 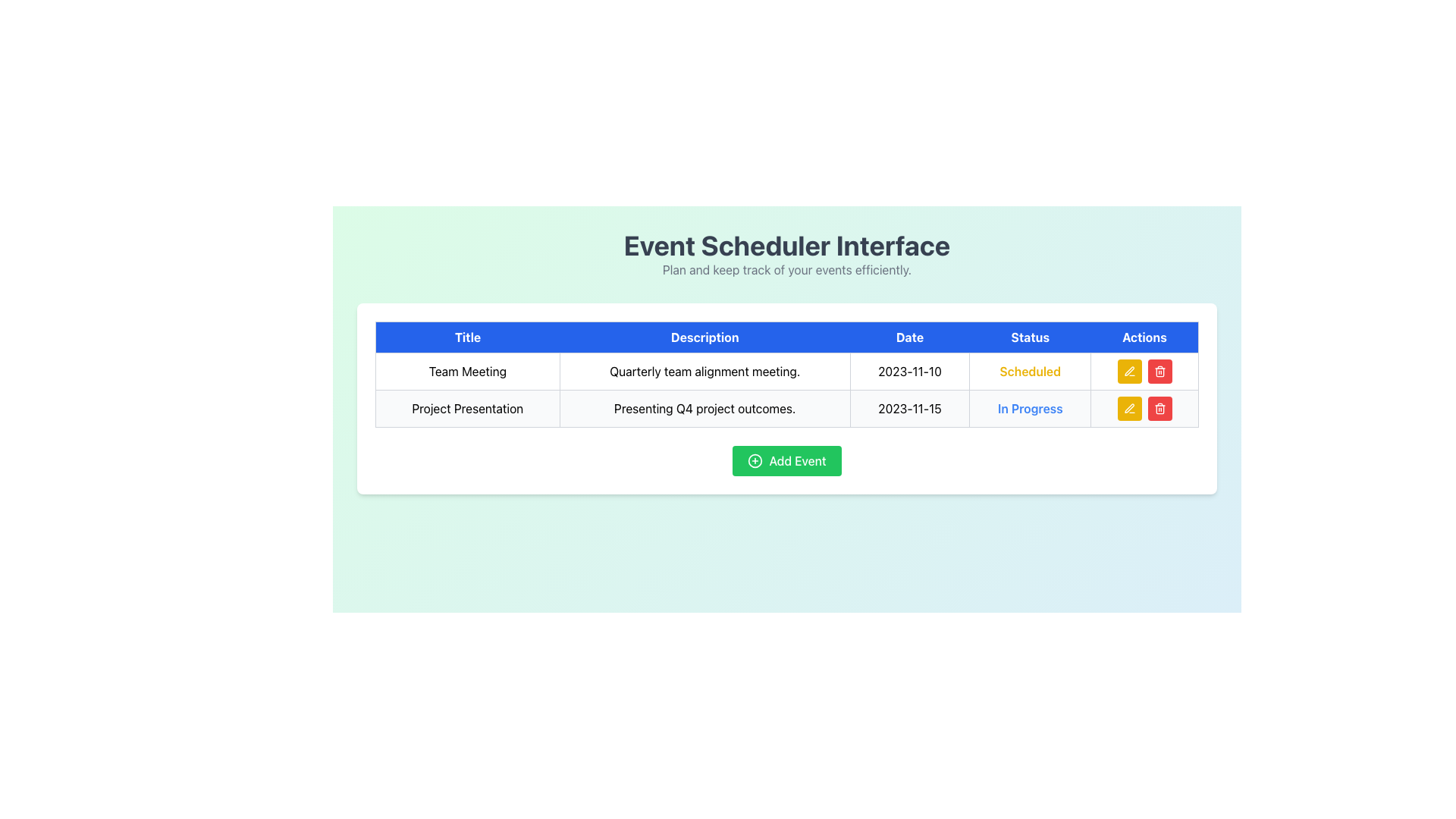 What do you see at coordinates (1128, 406) in the screenshot?
I see `the Edit button, which is the first icon in the 'Actions' column of the second row in the table, to initiate editing` at bounding box center [1128, 406].